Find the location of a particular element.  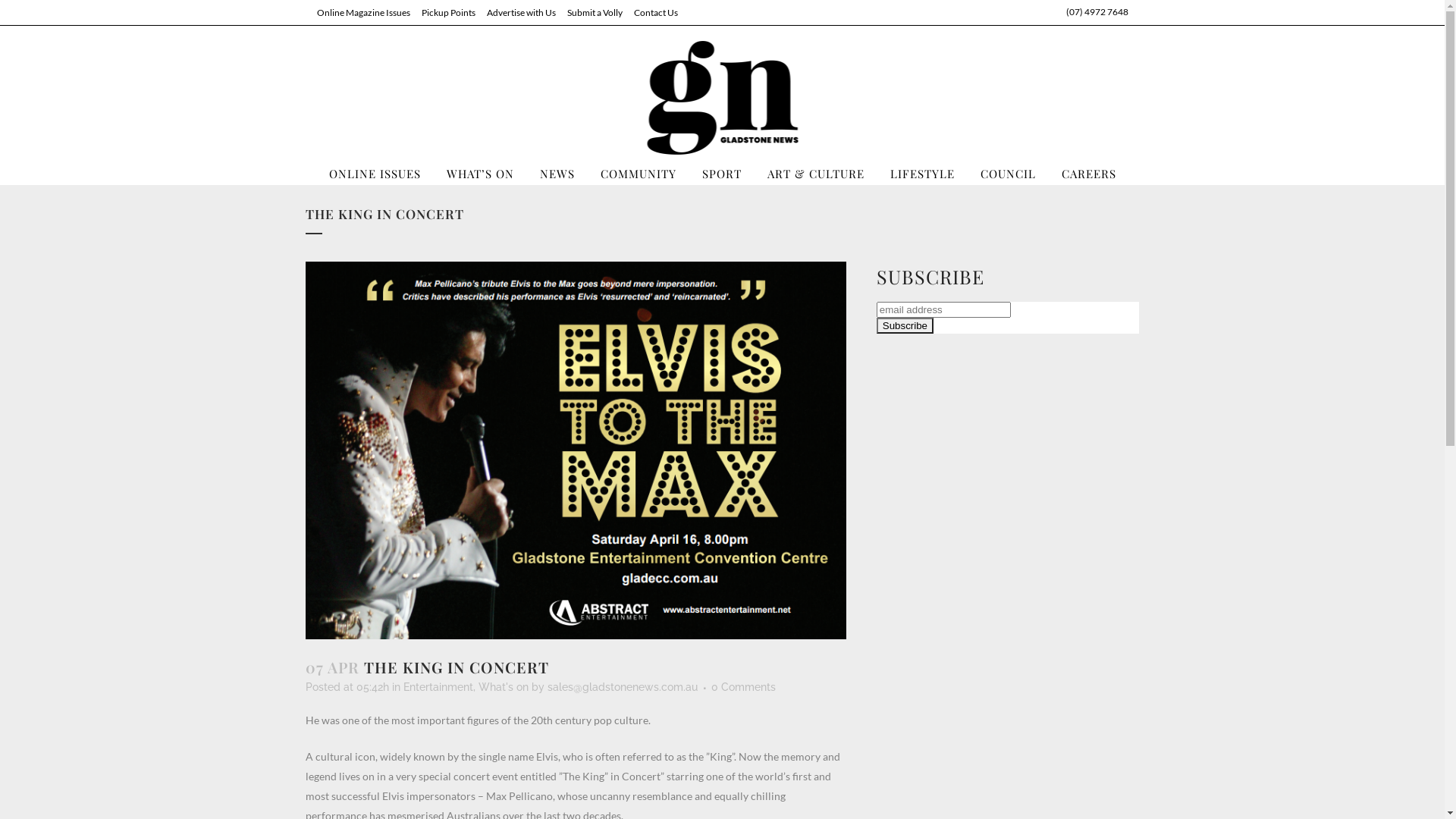

'Pickup Points' is located at coordinates (409, 12).